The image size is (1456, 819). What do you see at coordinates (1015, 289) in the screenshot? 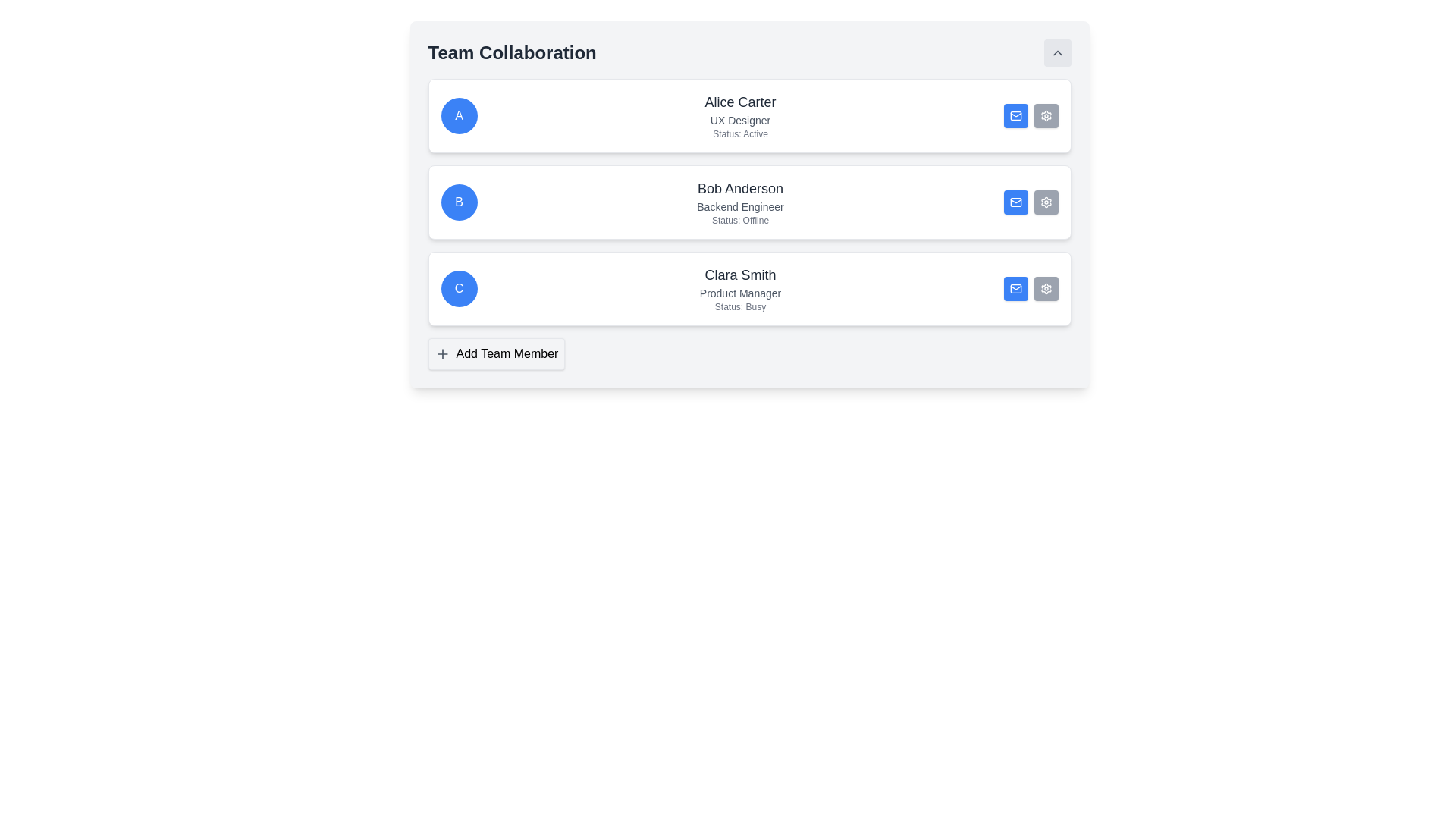
I see `the blue rectangular button with rounded corners inside the mail envelope icon for 'Clara Smith'` at bounding box center [1015, 289].